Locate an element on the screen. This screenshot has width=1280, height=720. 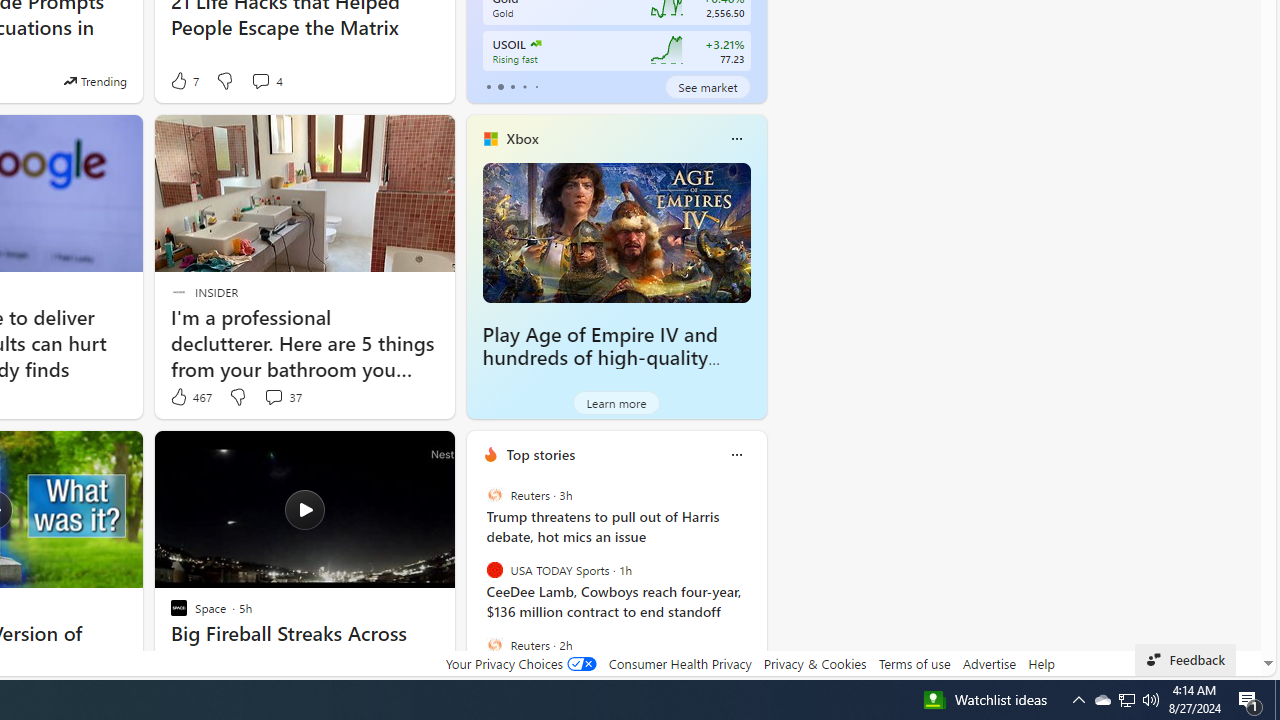
'Help' is located at coordinates (1040, 663).